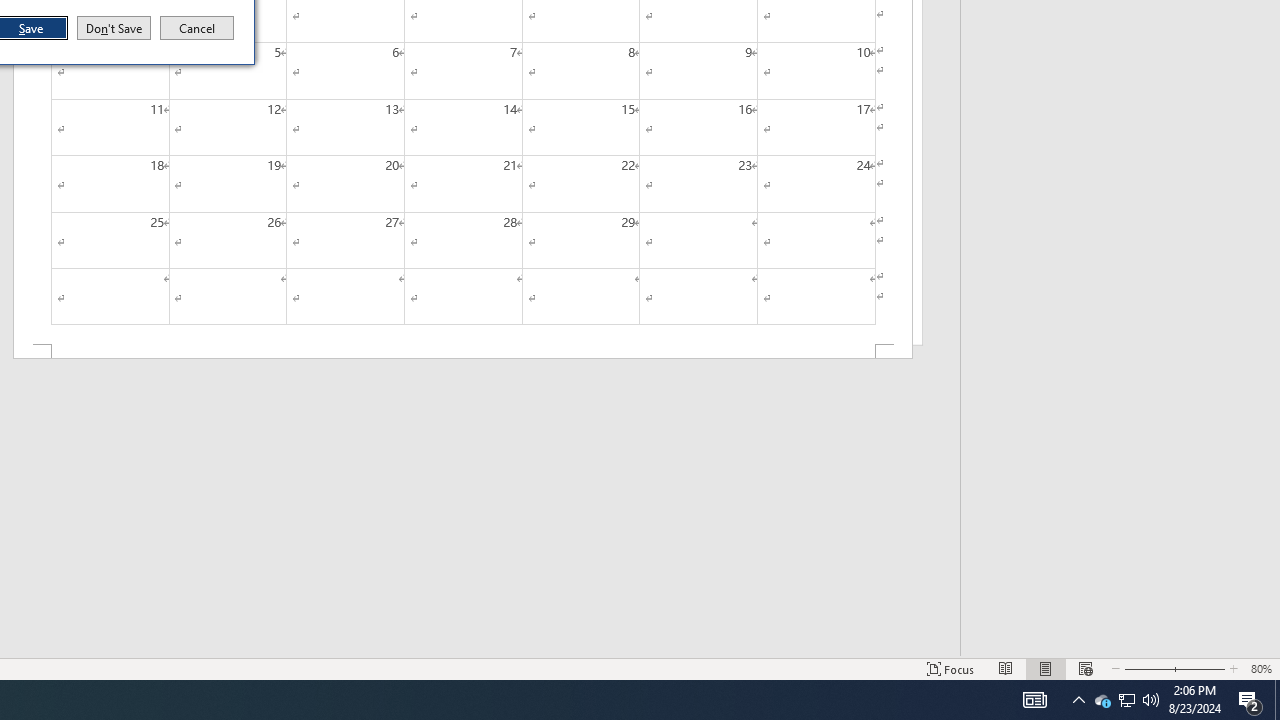  Describe the element at coordinates (197, 28) in the screenshot. I see `'Cancel'` at that location.